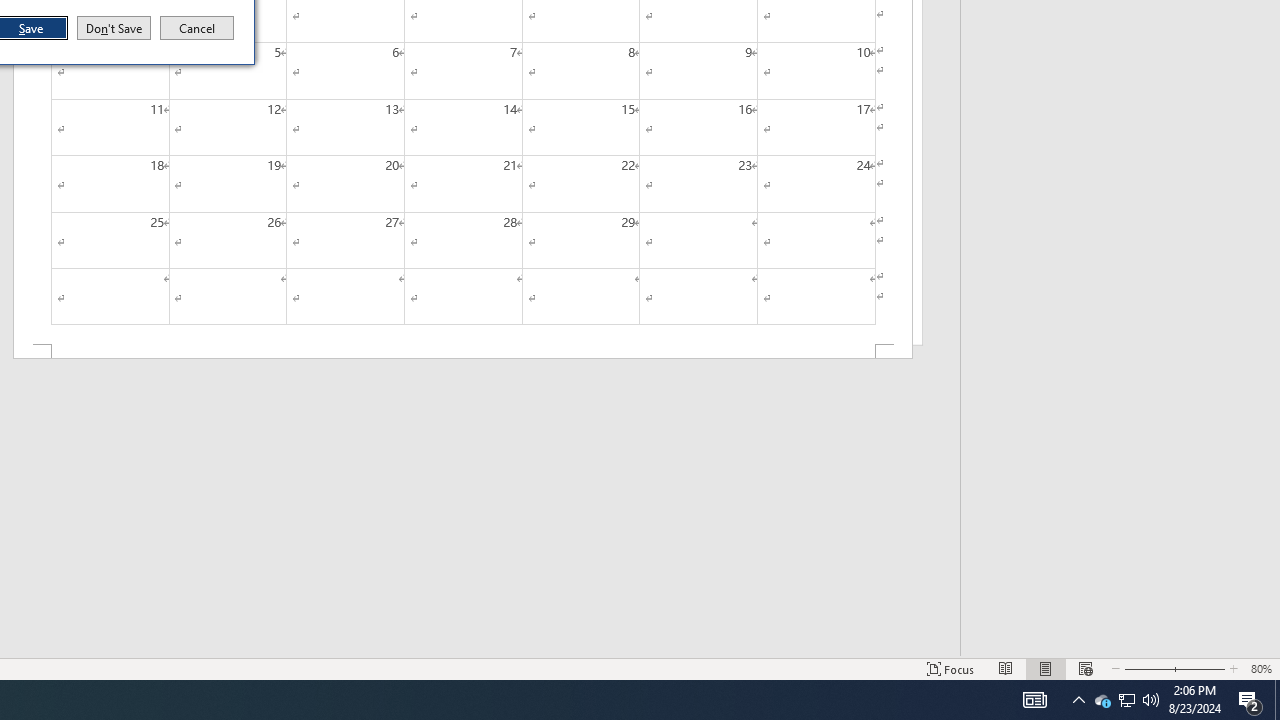  Describe the element at coordinates (197, 28) in the screenshot. I see `'Cancel'` at that location.